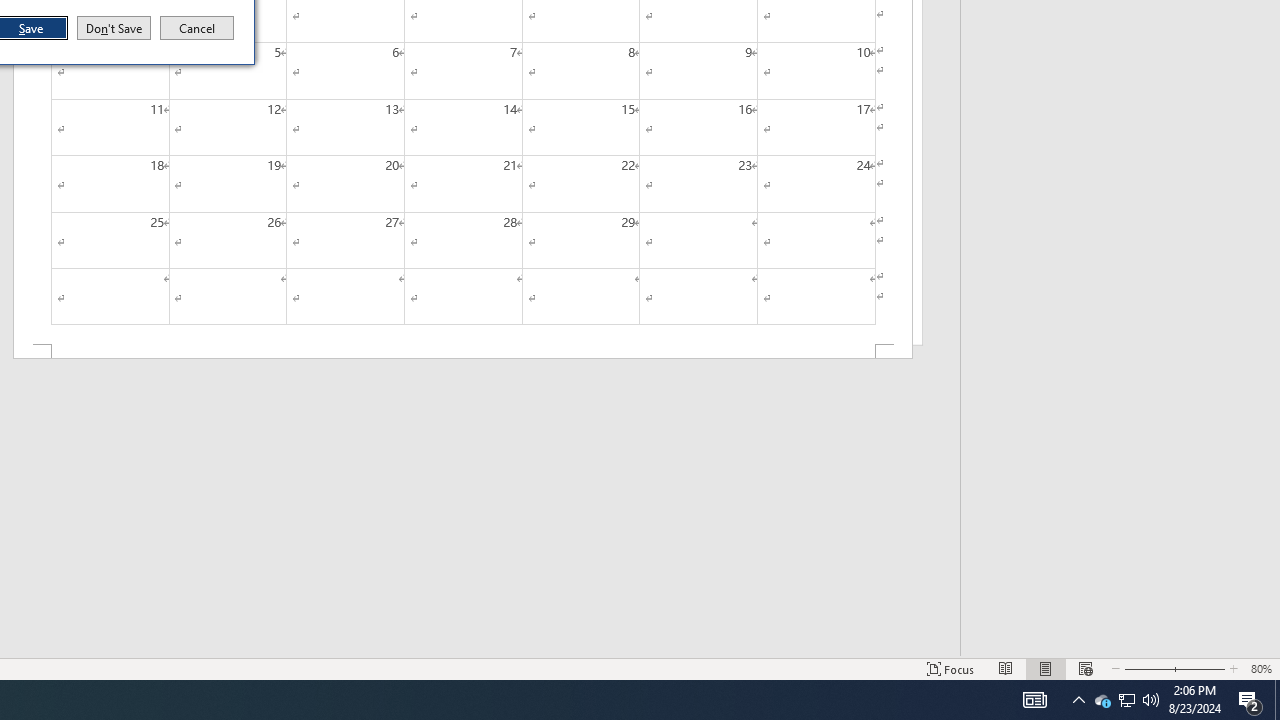  Describe the element at coordinates (197, 28) in the screenshot. I see `'Cancel'` at that location.